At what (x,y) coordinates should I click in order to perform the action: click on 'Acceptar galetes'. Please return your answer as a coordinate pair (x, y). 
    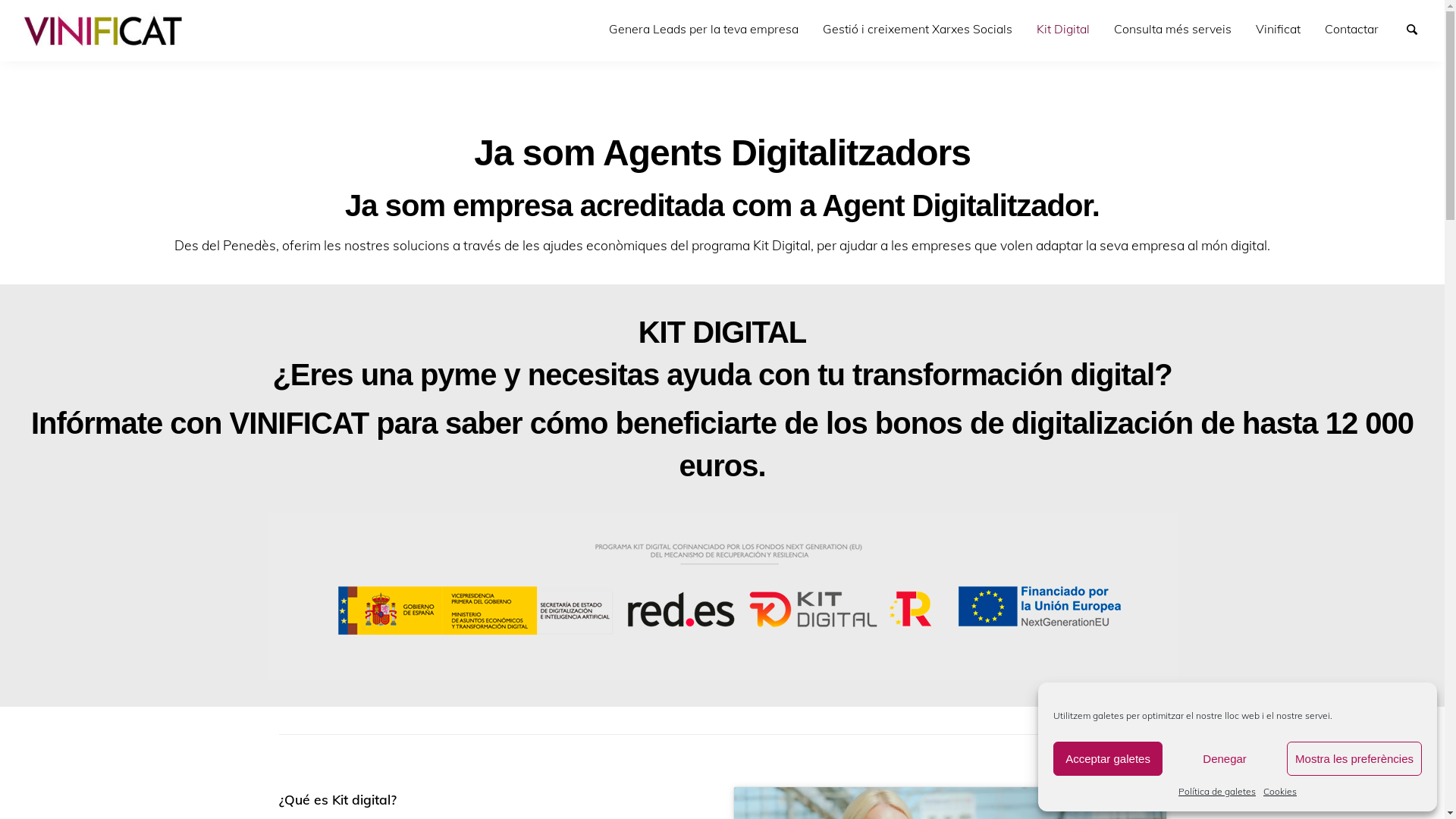
    Looking at the image, I should click on (1107, 758).